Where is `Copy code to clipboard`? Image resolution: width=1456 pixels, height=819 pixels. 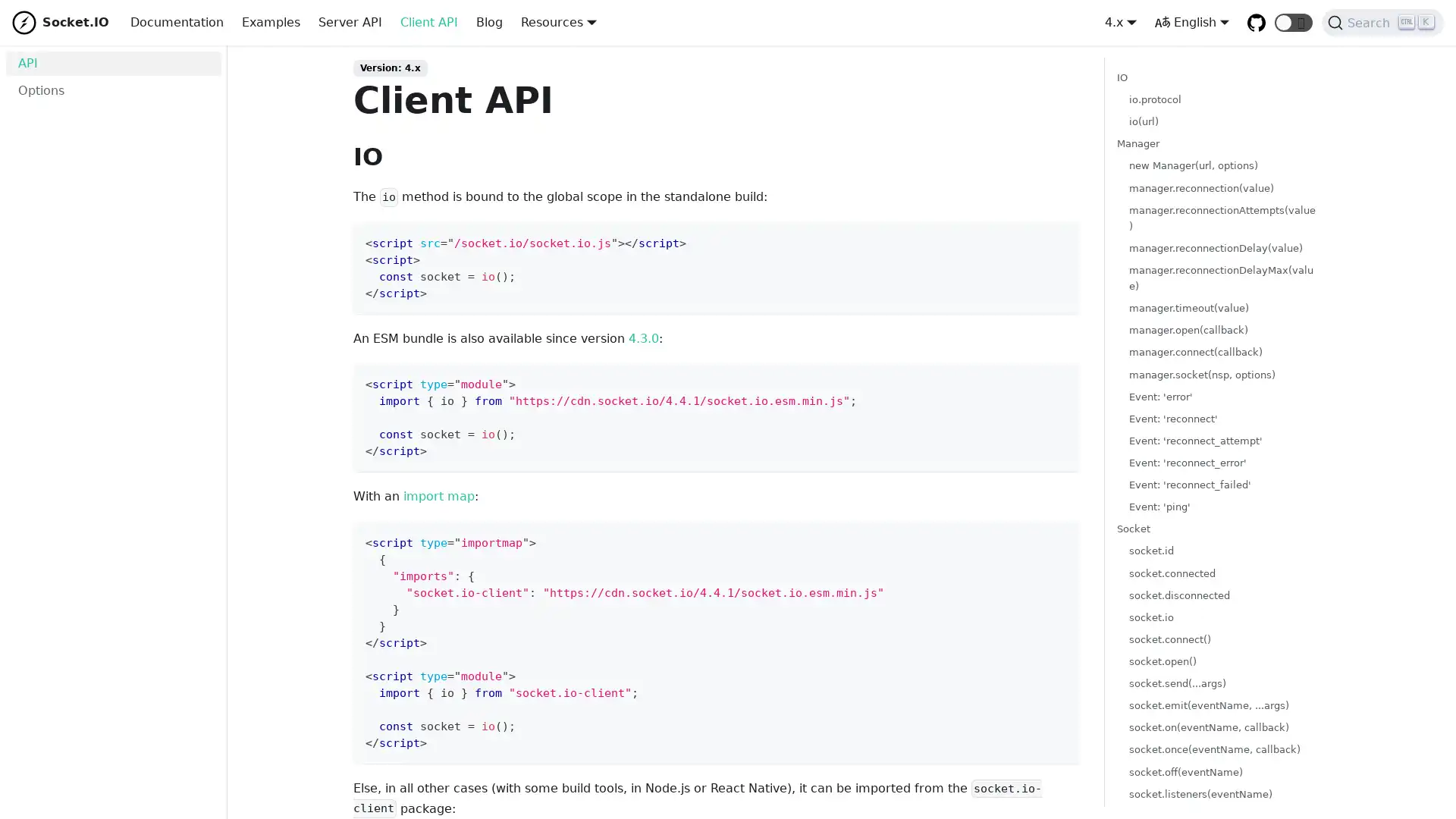 Copy code to clipboard is located at coordinates (1054, 537).